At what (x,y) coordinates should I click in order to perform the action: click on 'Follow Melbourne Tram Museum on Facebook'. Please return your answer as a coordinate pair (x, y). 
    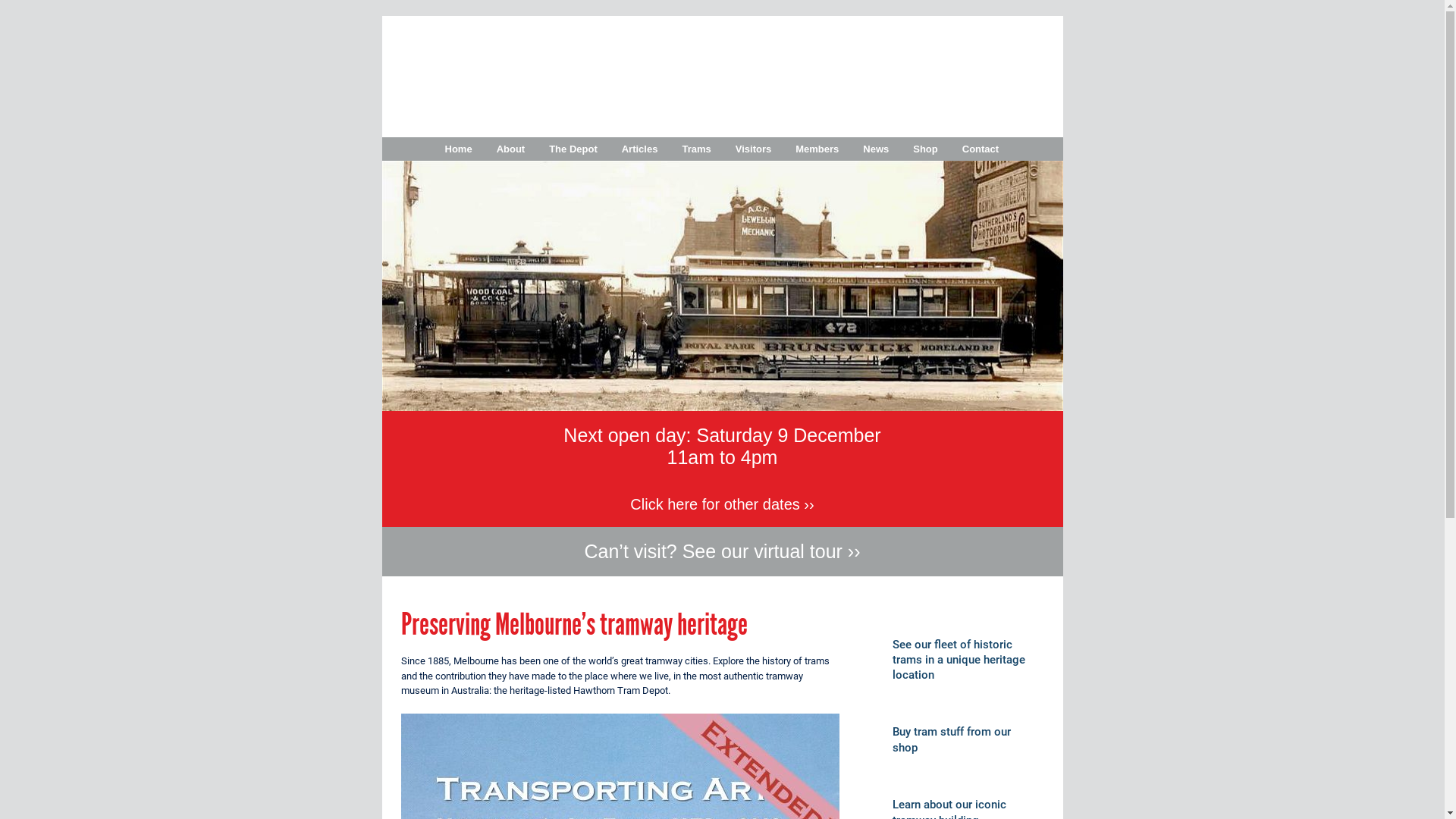
    Looking at the image, I should click on (1433, 127).